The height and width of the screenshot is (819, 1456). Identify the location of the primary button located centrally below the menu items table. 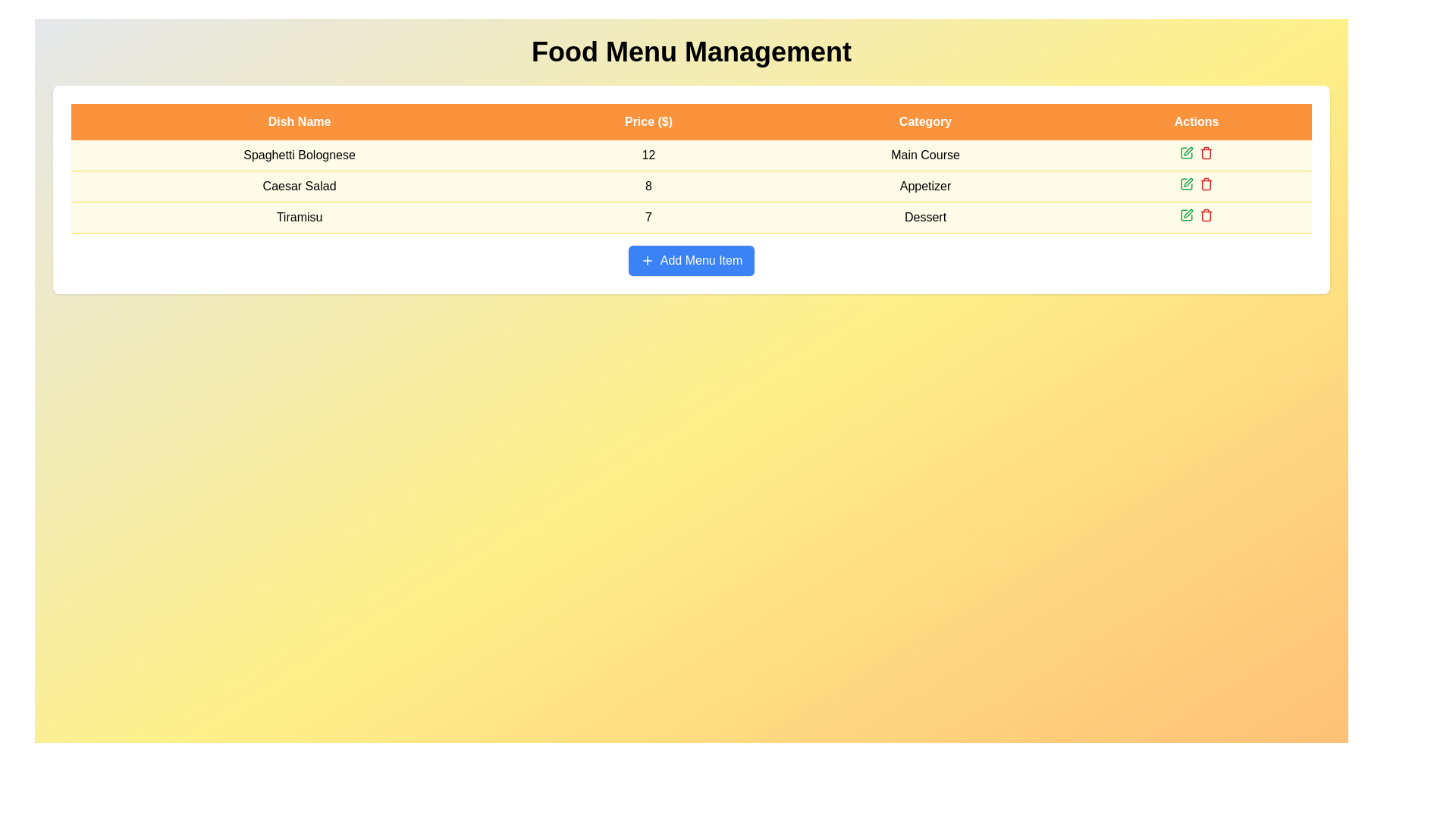
(691, 259).